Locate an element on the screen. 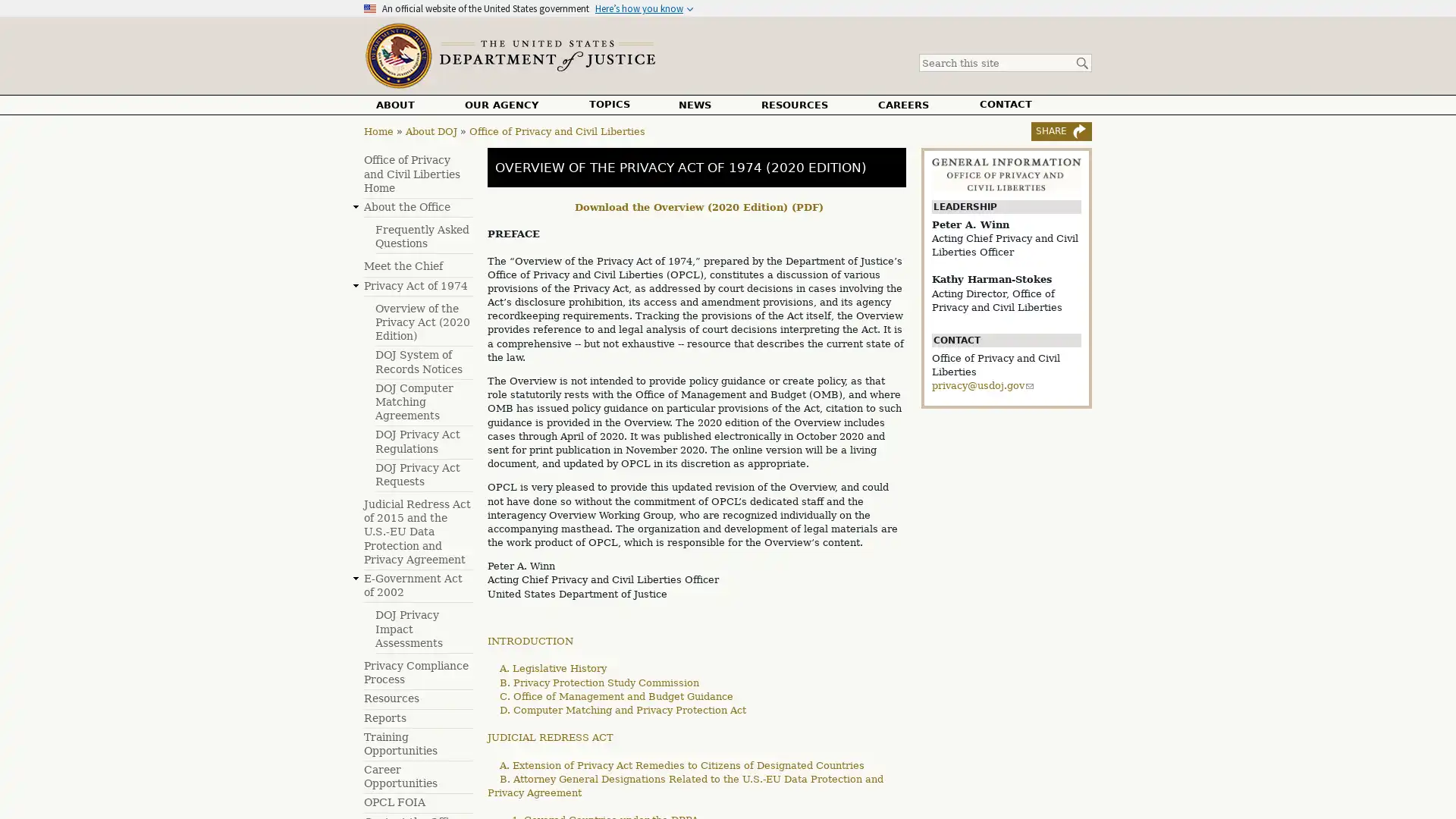 Image resolution: width=1456 pixels, height=819 pixels. Heres how you know is located at coordinates (644, 8).